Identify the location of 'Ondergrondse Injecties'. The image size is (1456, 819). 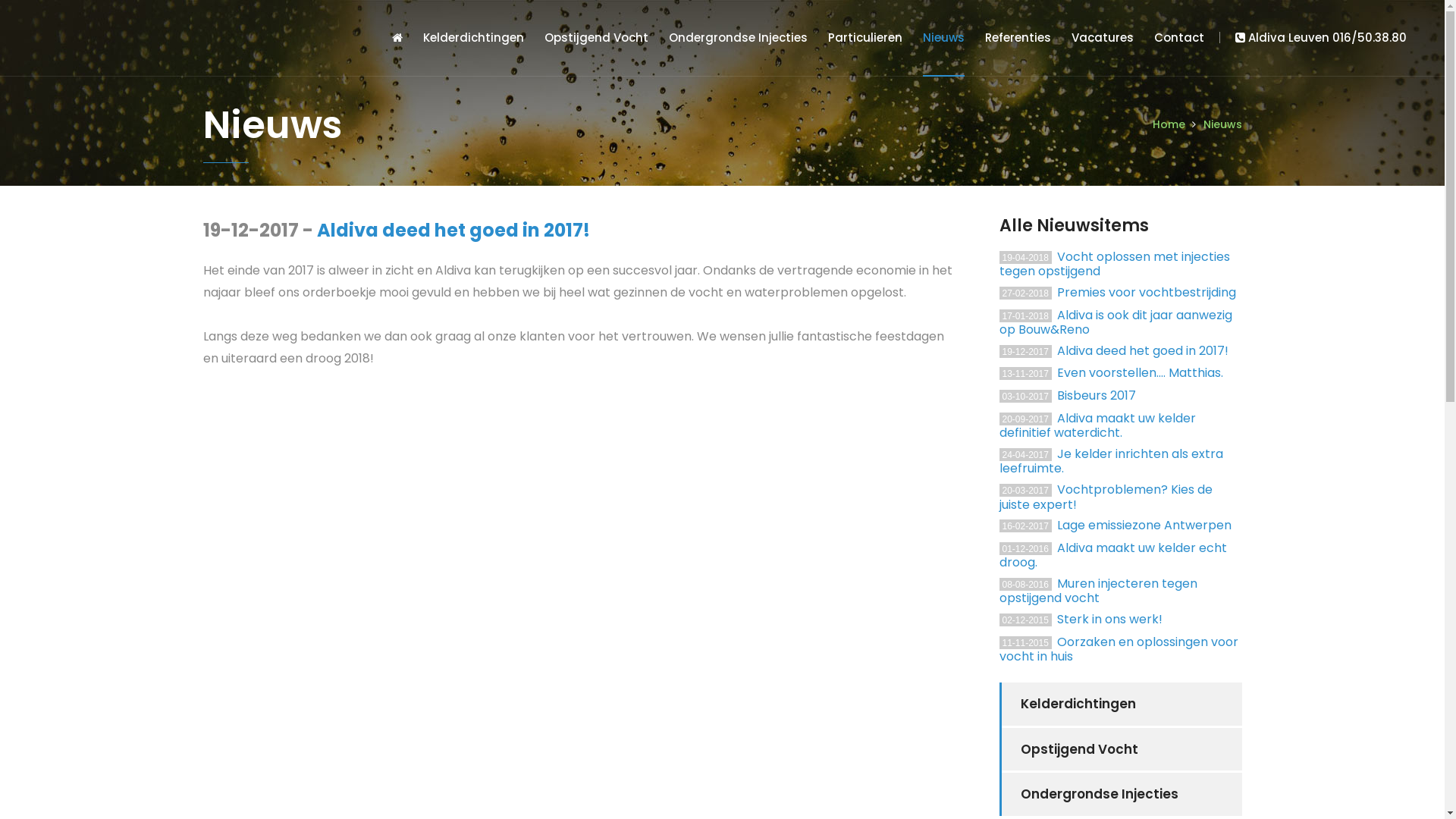
(1121, 793).